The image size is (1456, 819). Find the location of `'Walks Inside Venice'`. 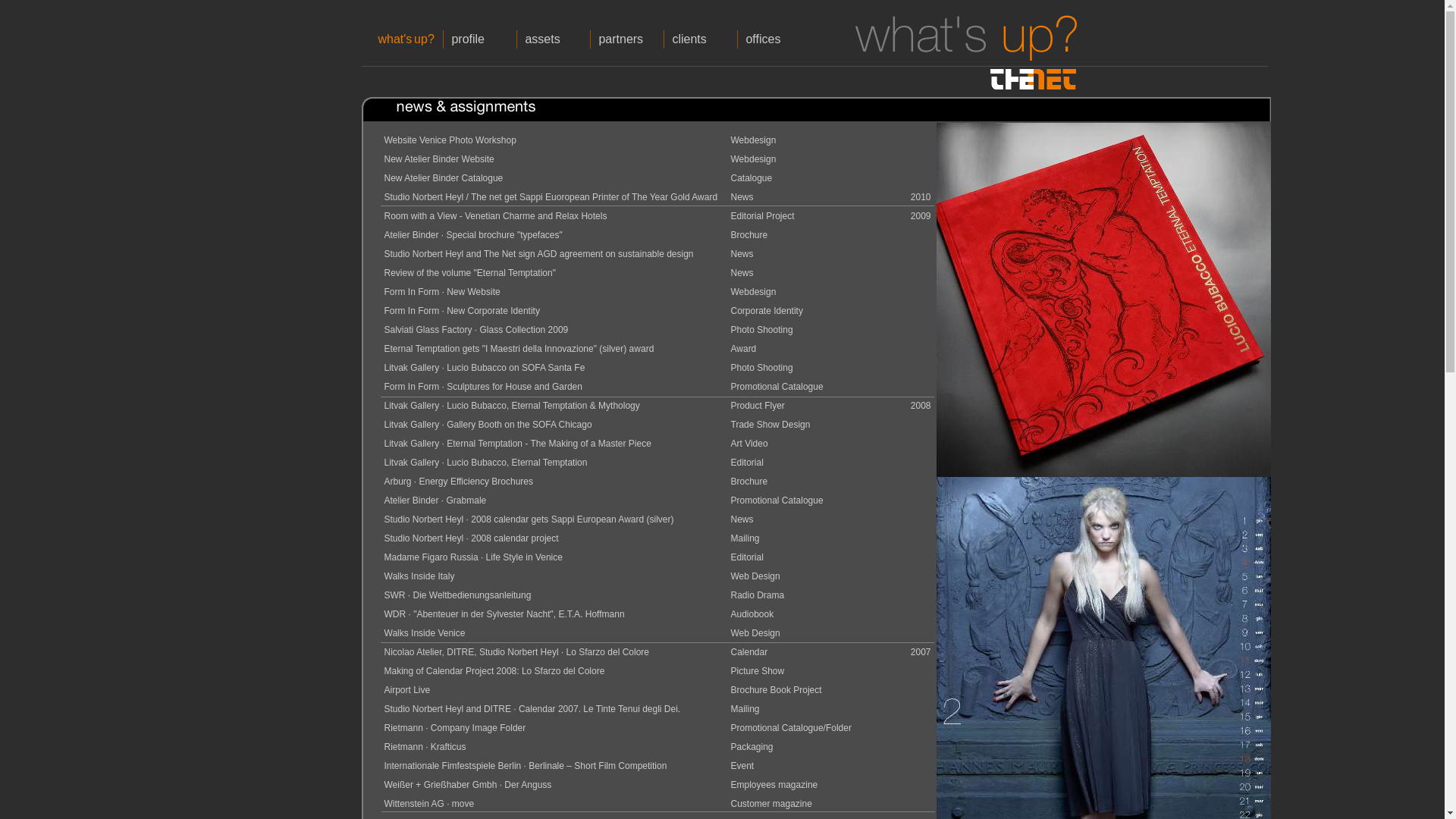

'Walks Inside Venice' is located at coordinates (383, 632).